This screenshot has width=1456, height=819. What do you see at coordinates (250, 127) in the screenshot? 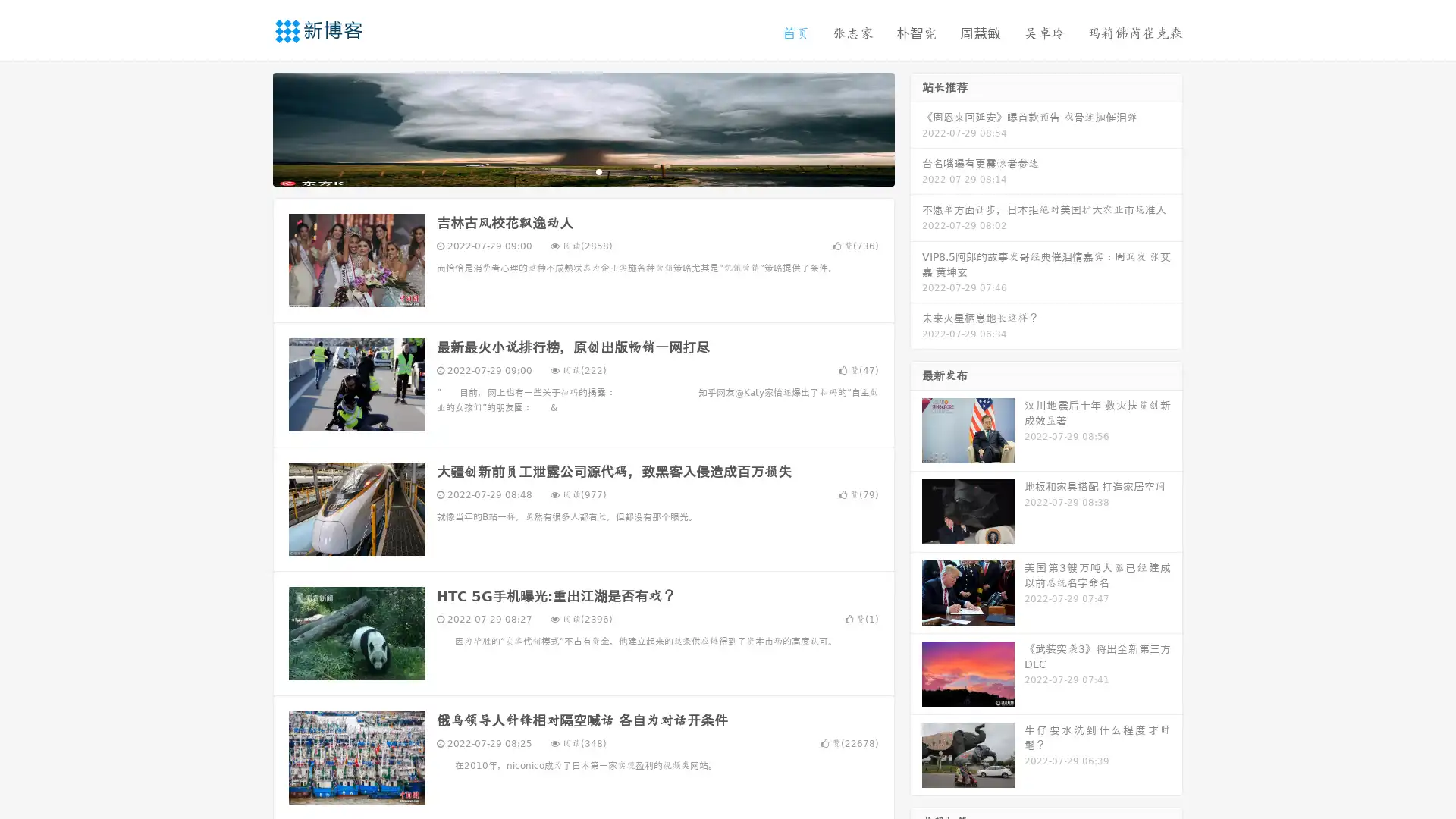
I see `Previous slide` at bounding box center [250, 127].